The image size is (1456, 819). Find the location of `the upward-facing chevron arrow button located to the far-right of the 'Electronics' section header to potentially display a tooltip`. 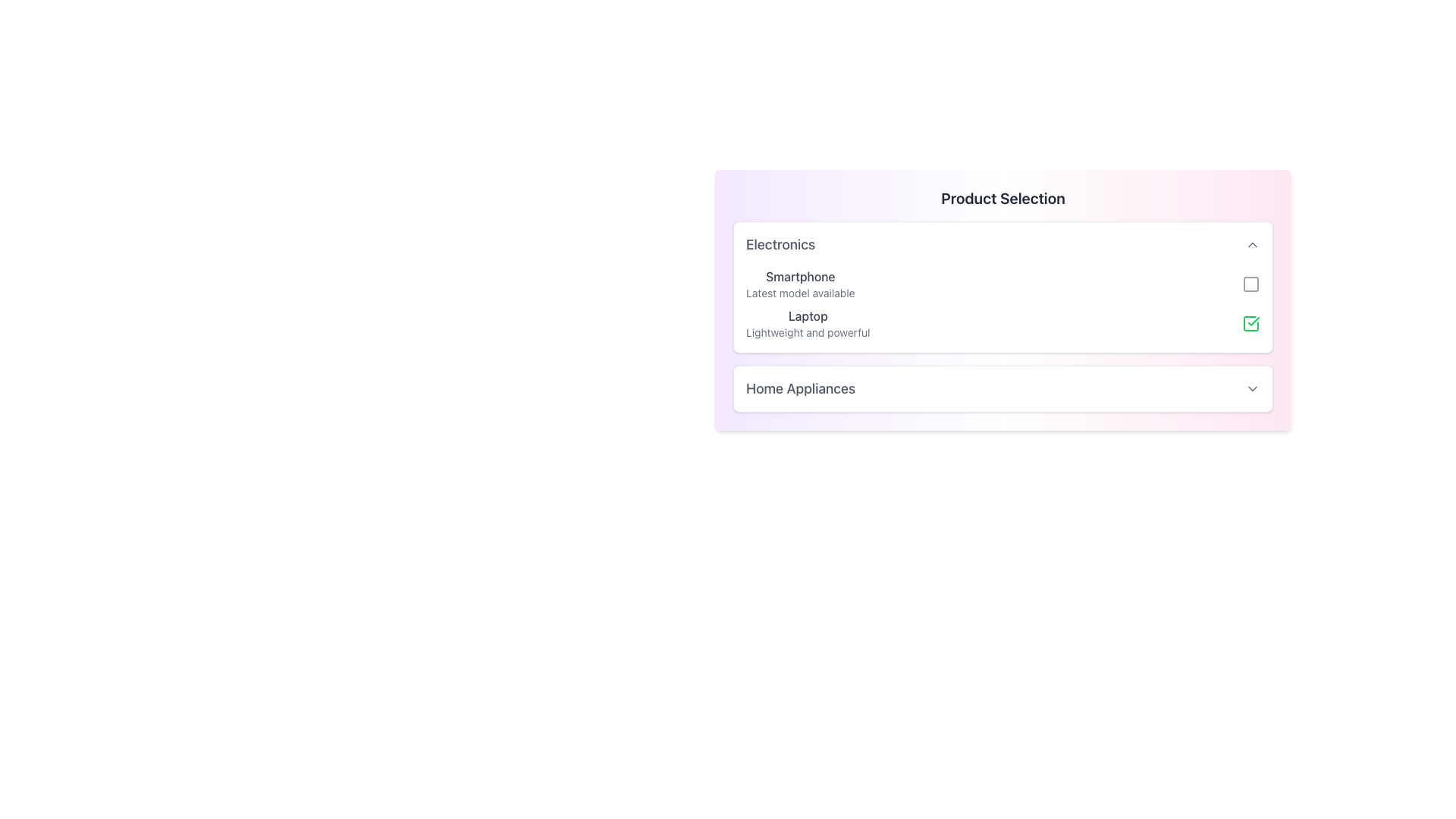

the upward-facing chevron arrow button located to the far-right of the 'Electronics' section header to potentially display a tooltip is located at coordinates (1252, 244).